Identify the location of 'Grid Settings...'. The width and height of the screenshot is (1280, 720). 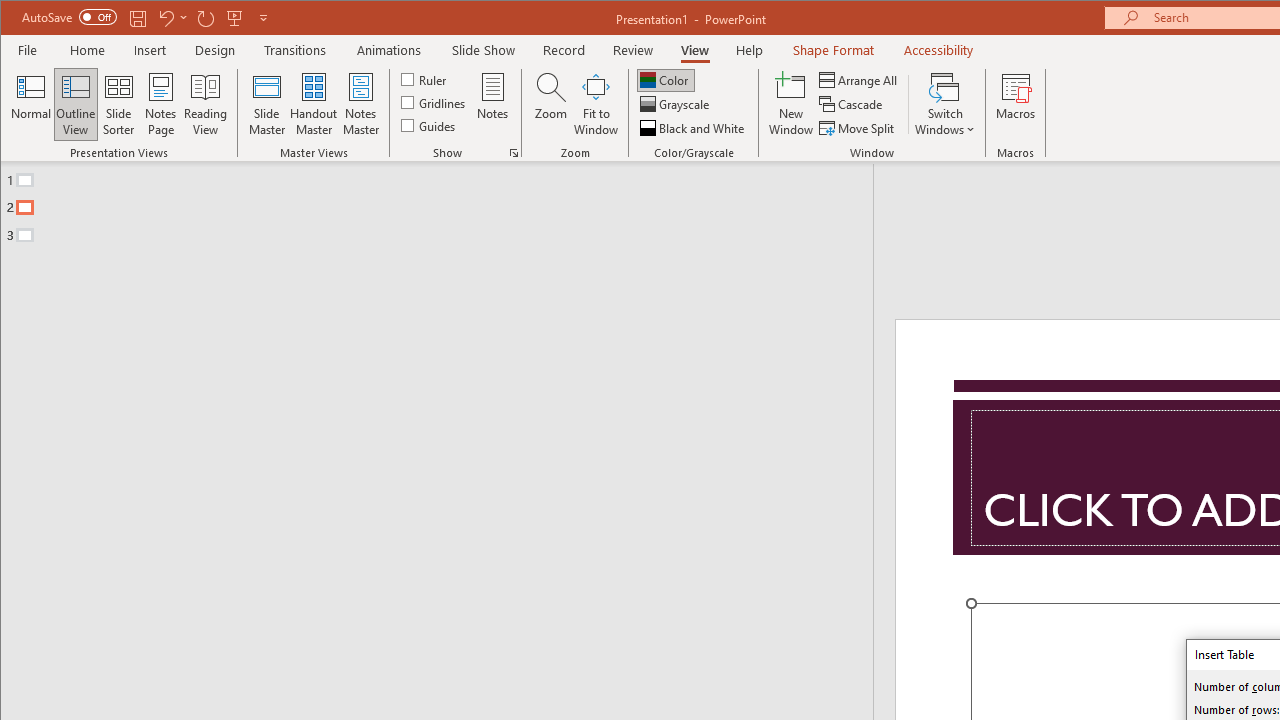
(513, 152).